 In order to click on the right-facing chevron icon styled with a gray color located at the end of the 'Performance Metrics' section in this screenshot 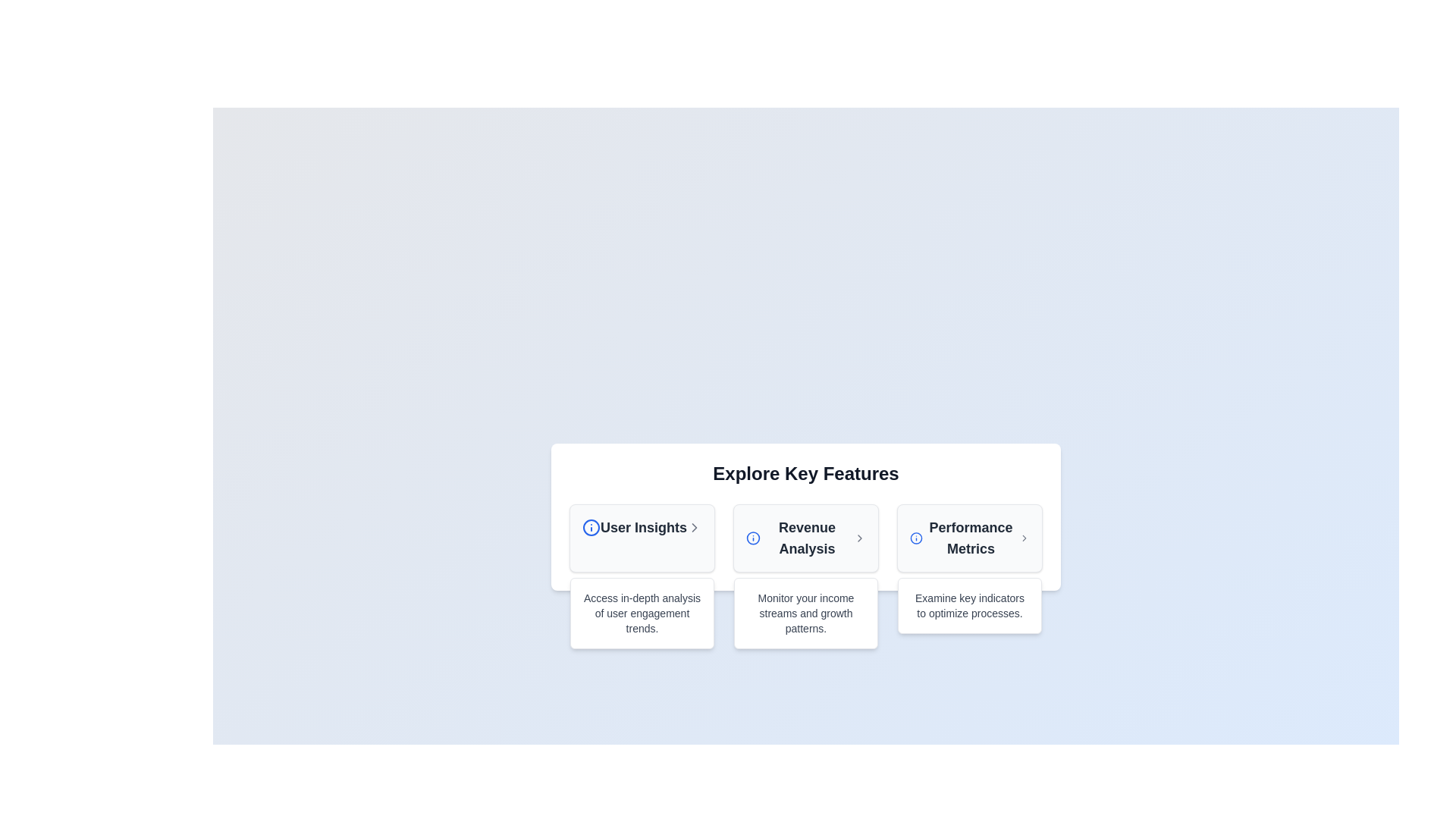, I will do `click(1024, 537)`.